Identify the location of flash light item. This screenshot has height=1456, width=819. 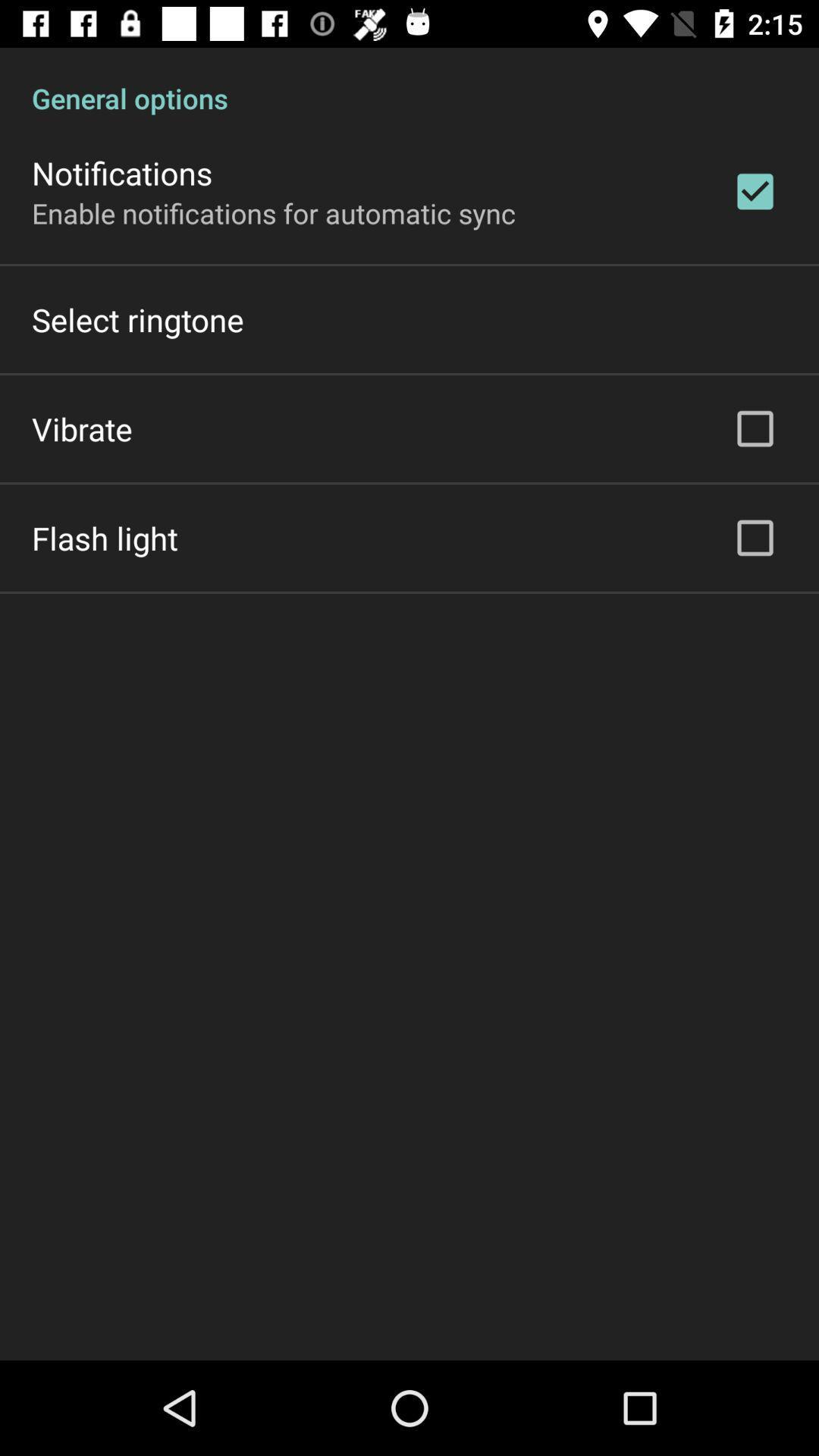
(104, 538).